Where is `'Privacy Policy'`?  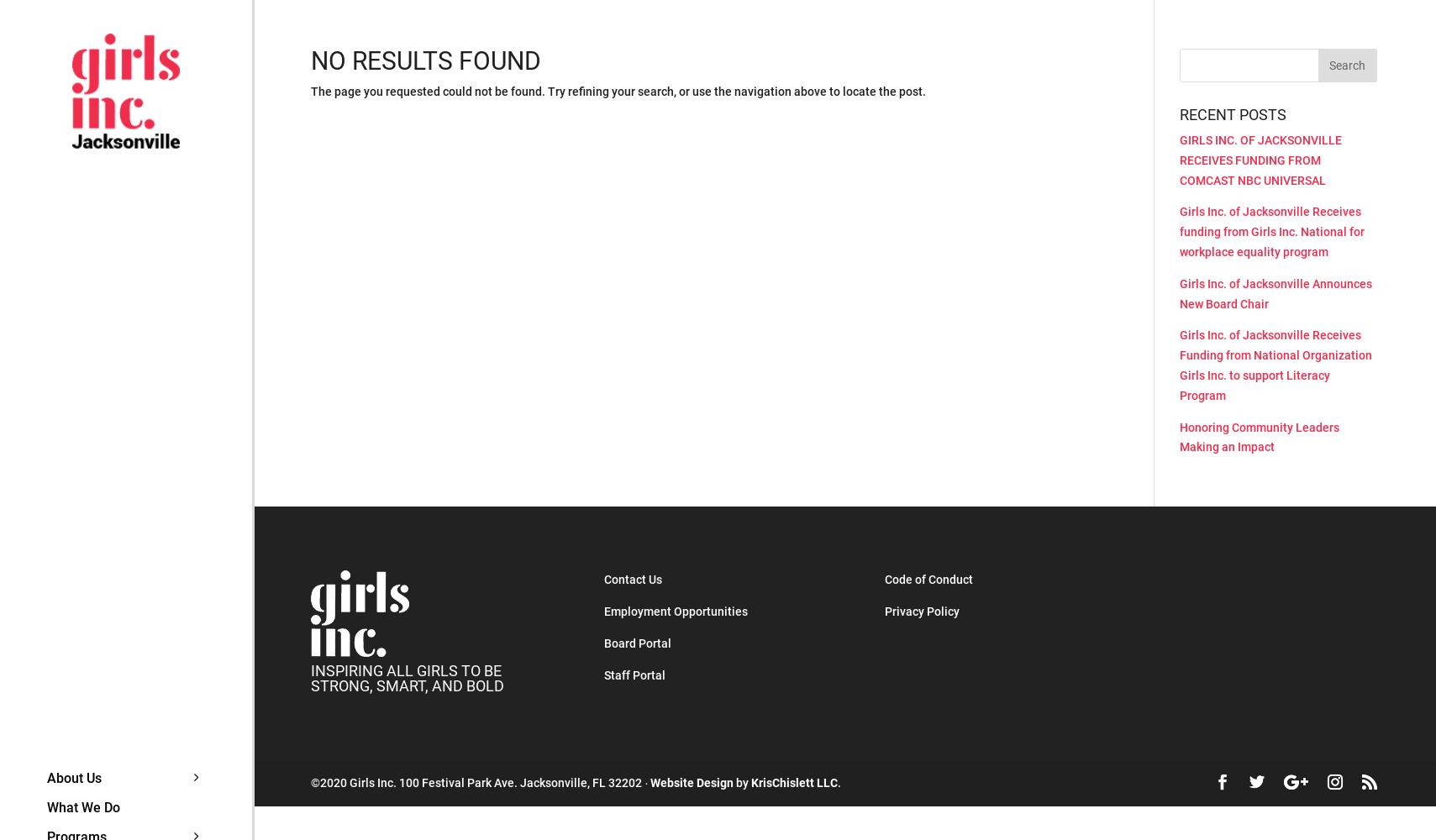
'Privacy Policy' is located at coordinates (922, 611).